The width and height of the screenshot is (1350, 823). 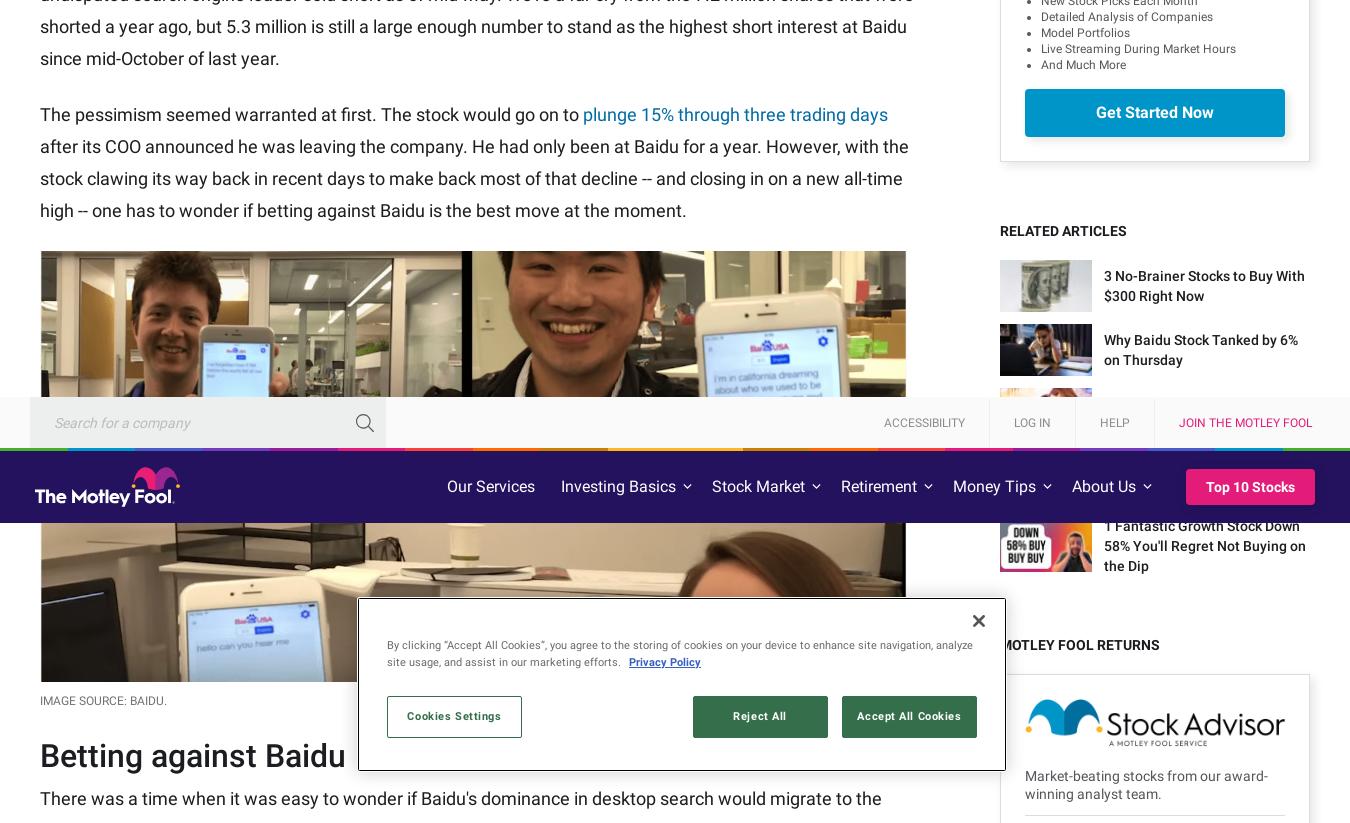 What do you see at coordinates (453, 99) in the screenshot?
I see `'Baidu's laser focus on search and AI is resulting in margin-expanding renaissance. Its operating profit and adjusted earnings more than doubled in'` at bounding box center [453, 99].